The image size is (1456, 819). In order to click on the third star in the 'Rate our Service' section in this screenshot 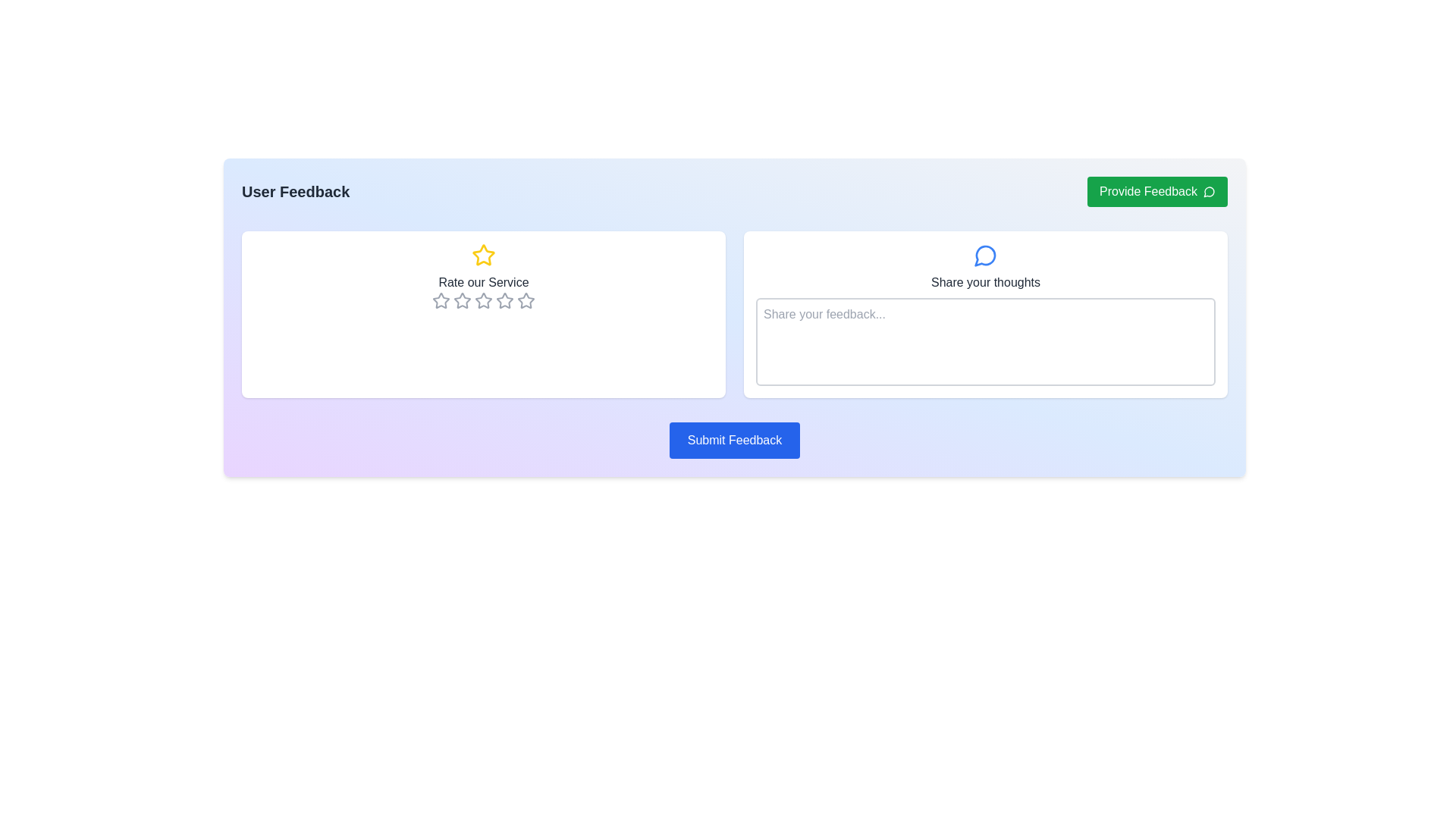, I will do `click(505, 300)`.